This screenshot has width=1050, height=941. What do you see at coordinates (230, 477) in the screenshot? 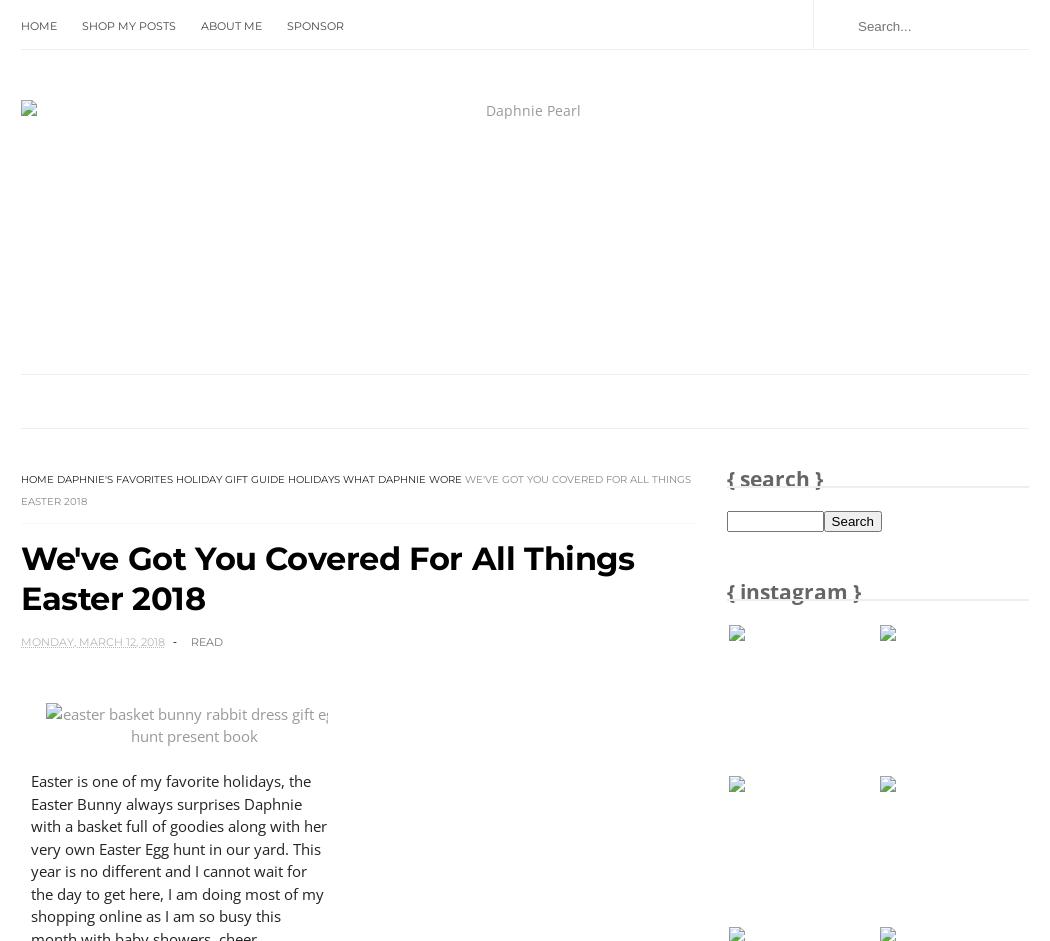
I see `'Holiday Gift Guide'` at bounding box center [230, 477].